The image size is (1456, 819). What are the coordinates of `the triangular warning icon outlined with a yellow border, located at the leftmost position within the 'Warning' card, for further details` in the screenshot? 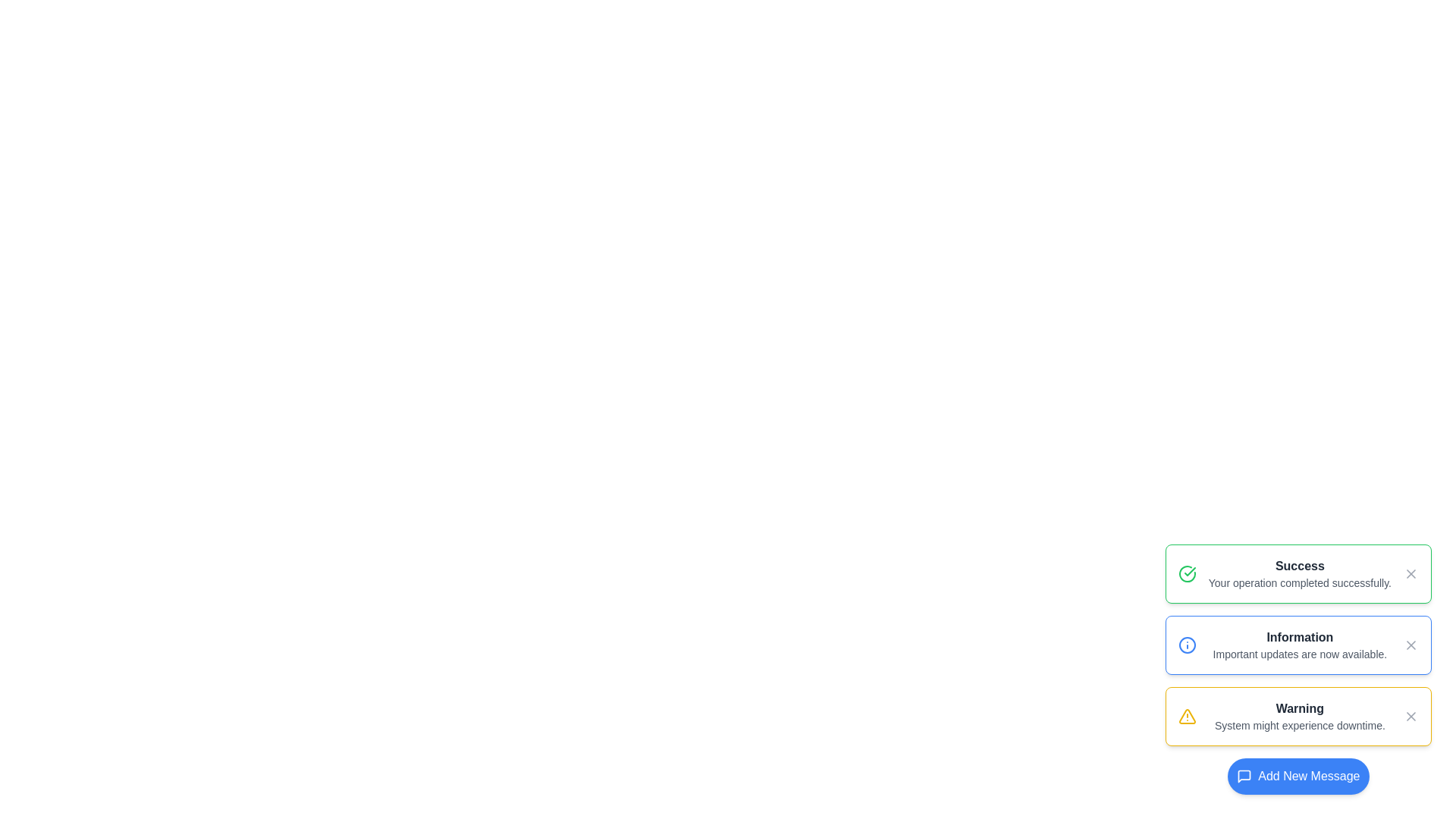 It's located at (1186, 717).